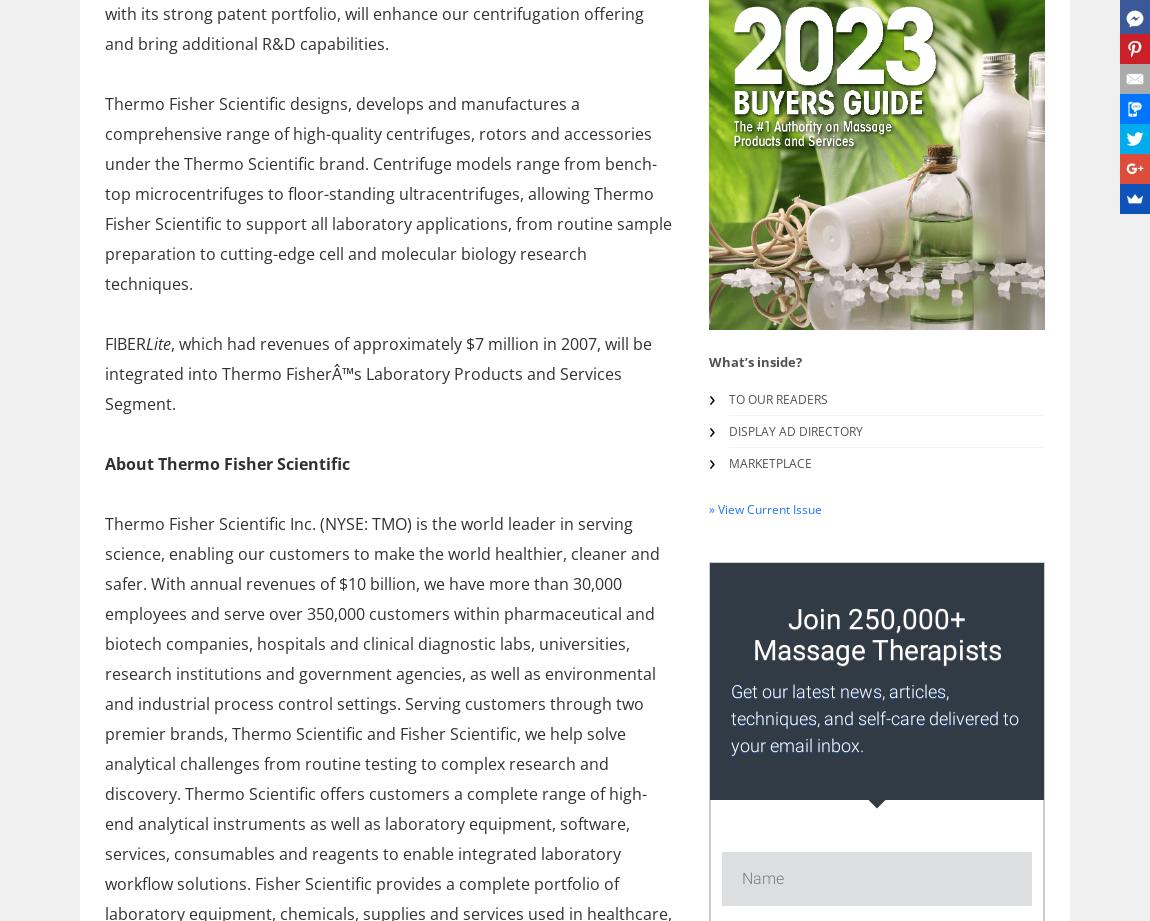 The height and width of the screenshot is (921, 1150). Describe the element at coordinates (777, 399) in the screenshot. I see `'To Our Readers'` at that location.